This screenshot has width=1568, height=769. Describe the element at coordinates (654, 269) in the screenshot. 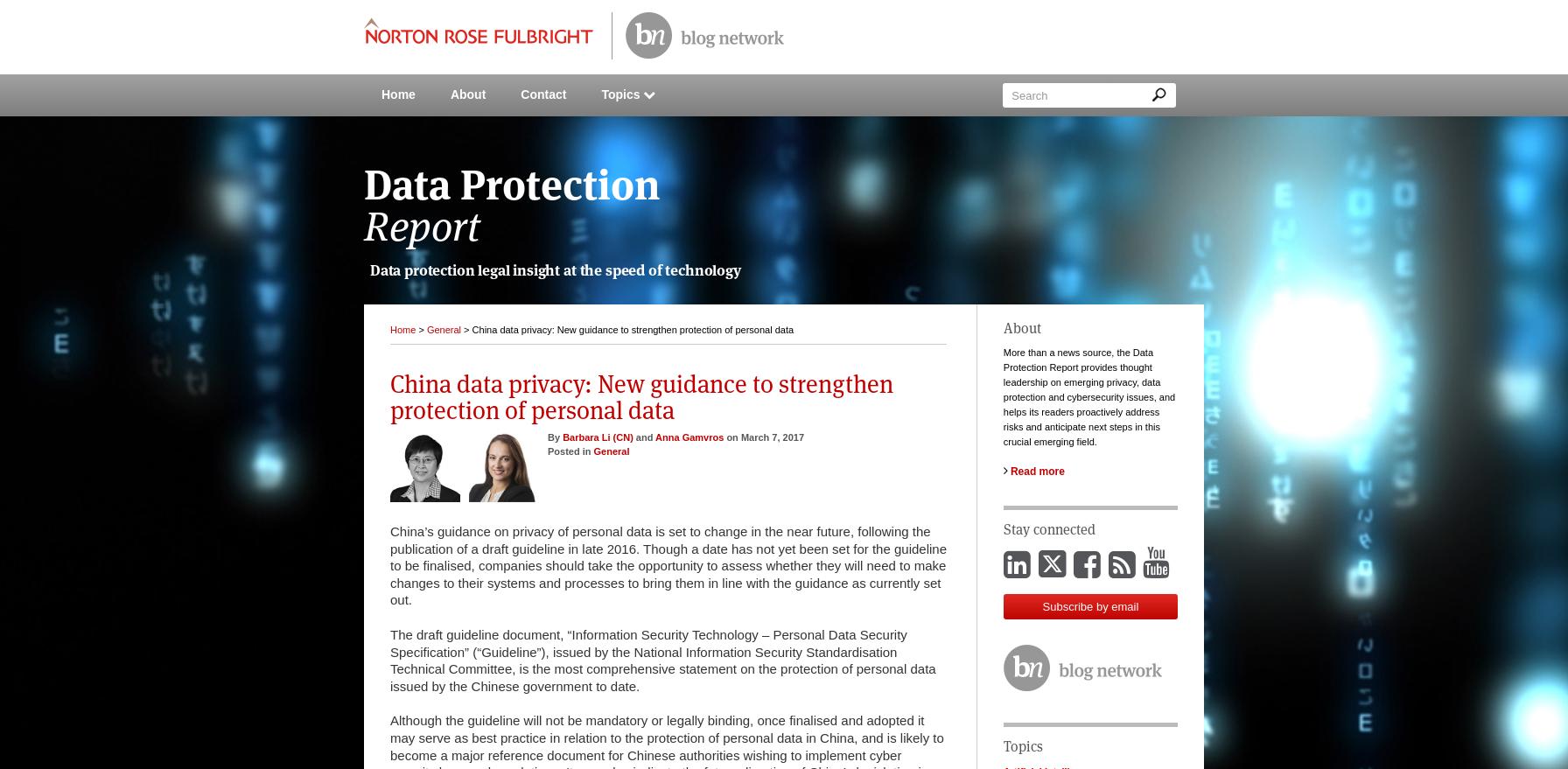

I see `'of'` at that location.